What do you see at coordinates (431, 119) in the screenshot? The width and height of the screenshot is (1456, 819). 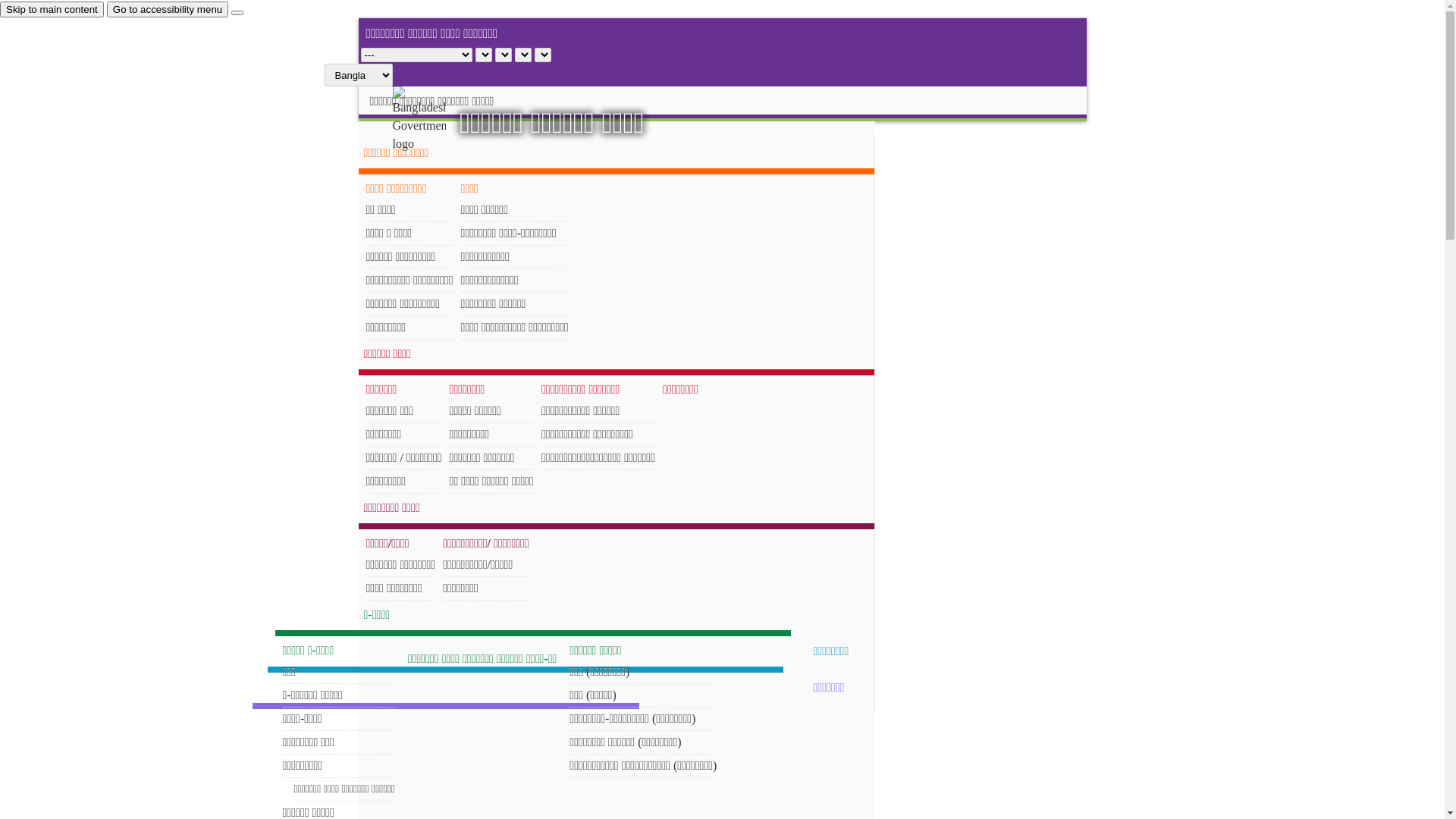 I see `'` at bounding box center [431, 119].